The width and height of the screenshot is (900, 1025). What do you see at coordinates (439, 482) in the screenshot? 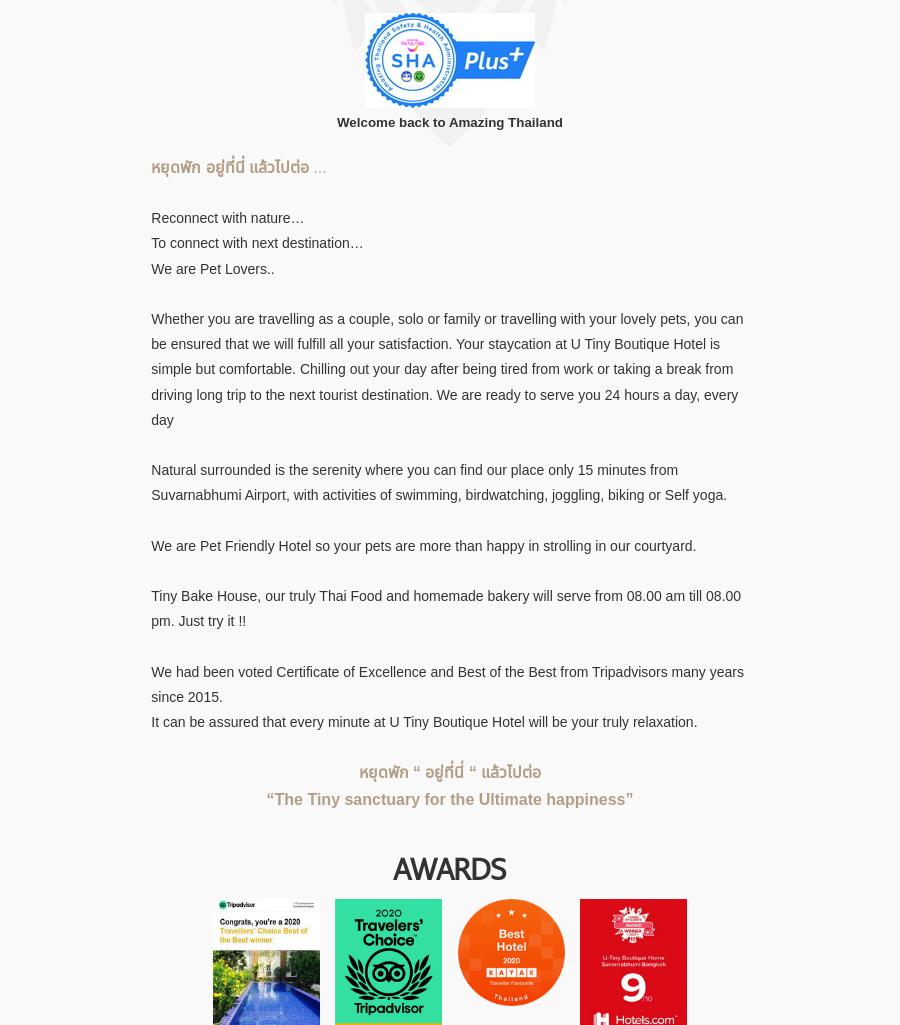
I see `'Natural surrounded is the serenity where you can find our place only 15 minutes from Suvarnabhumi Airport, with activities of swimming, birdwatching, joggling, biking or Self yoga.'` at bounding box center [439, 482].